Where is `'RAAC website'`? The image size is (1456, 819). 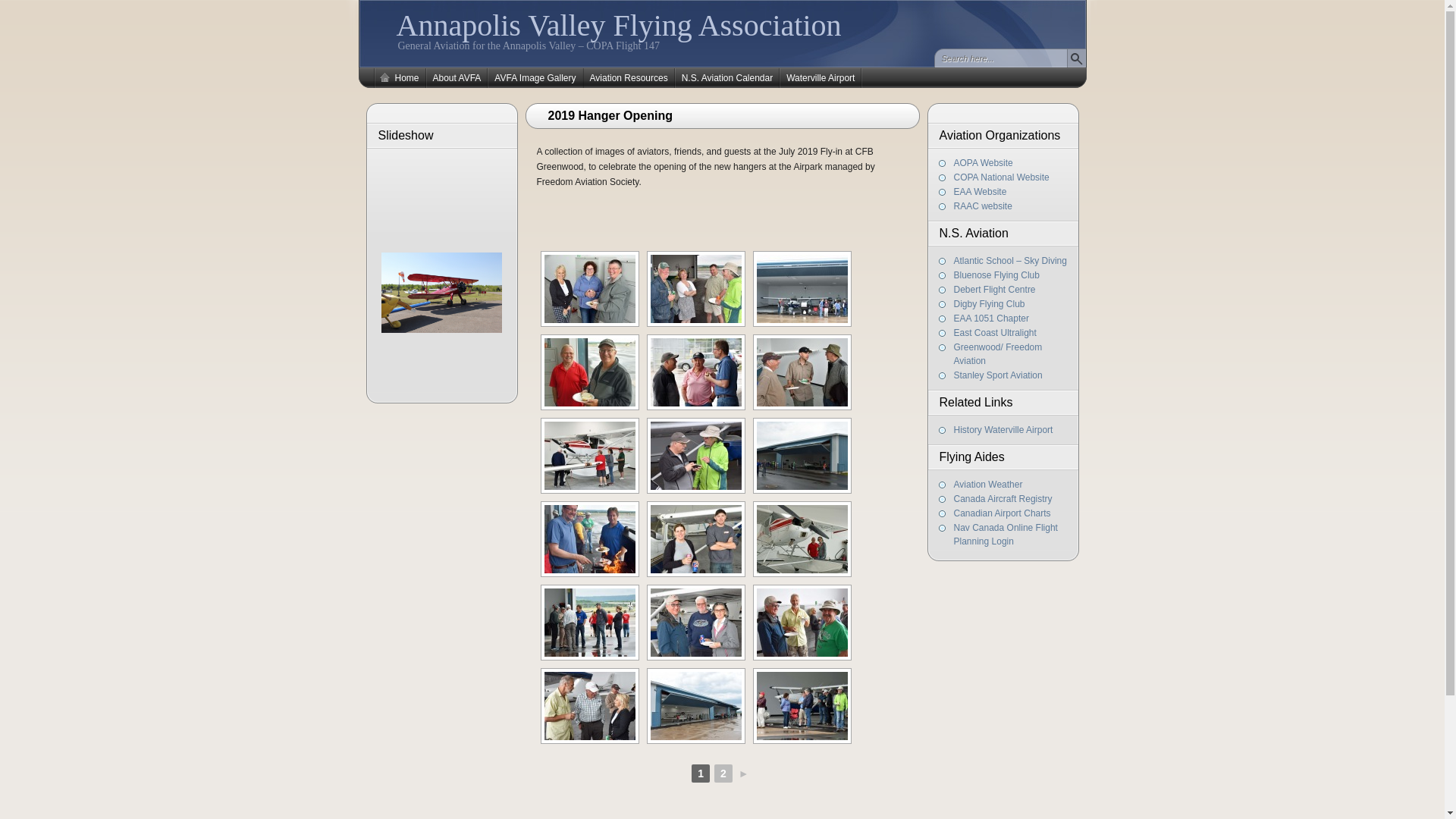
'RAAC website' is located at coordinates (983, 206).